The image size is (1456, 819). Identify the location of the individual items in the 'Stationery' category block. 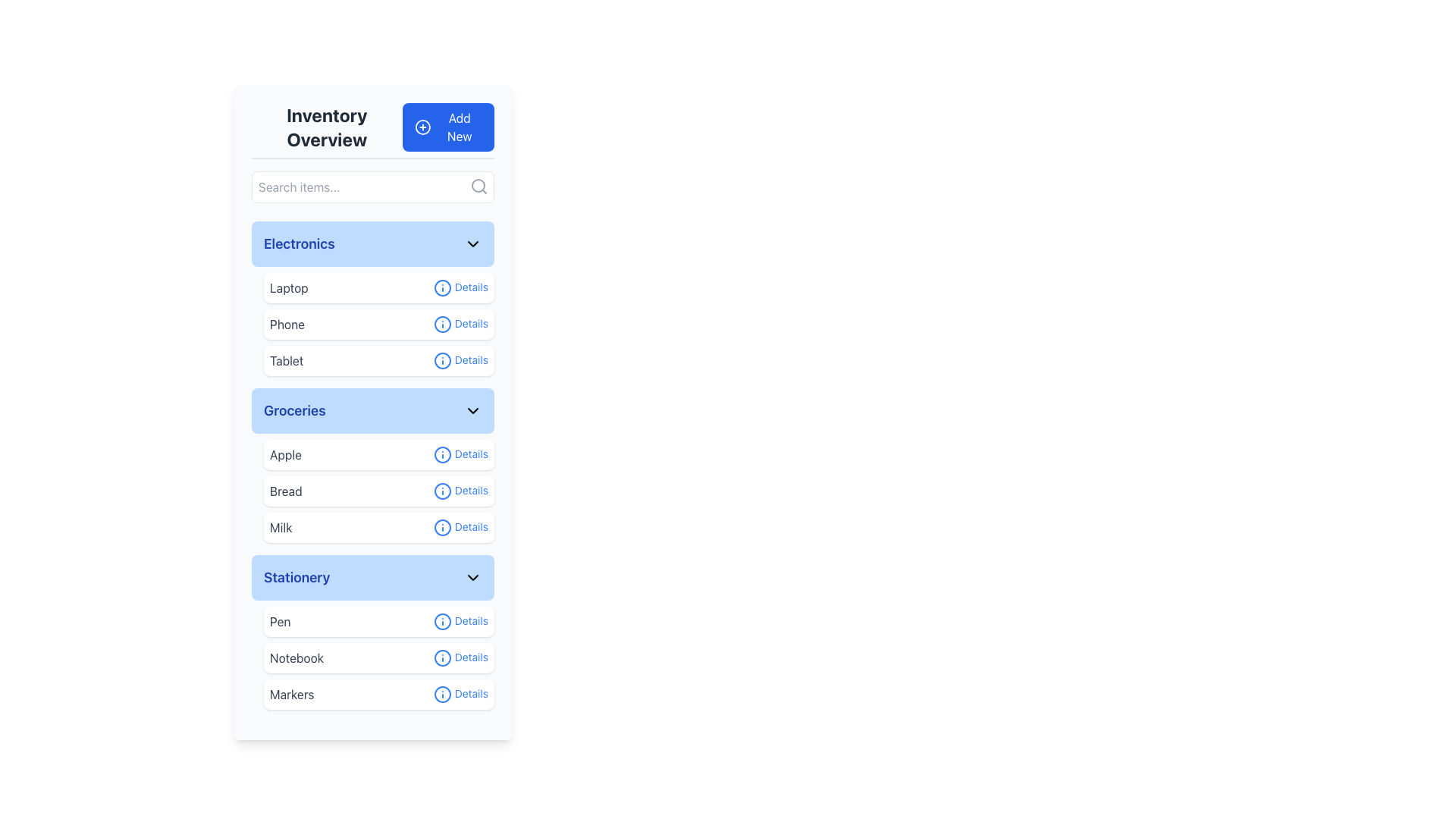
(372, 632).